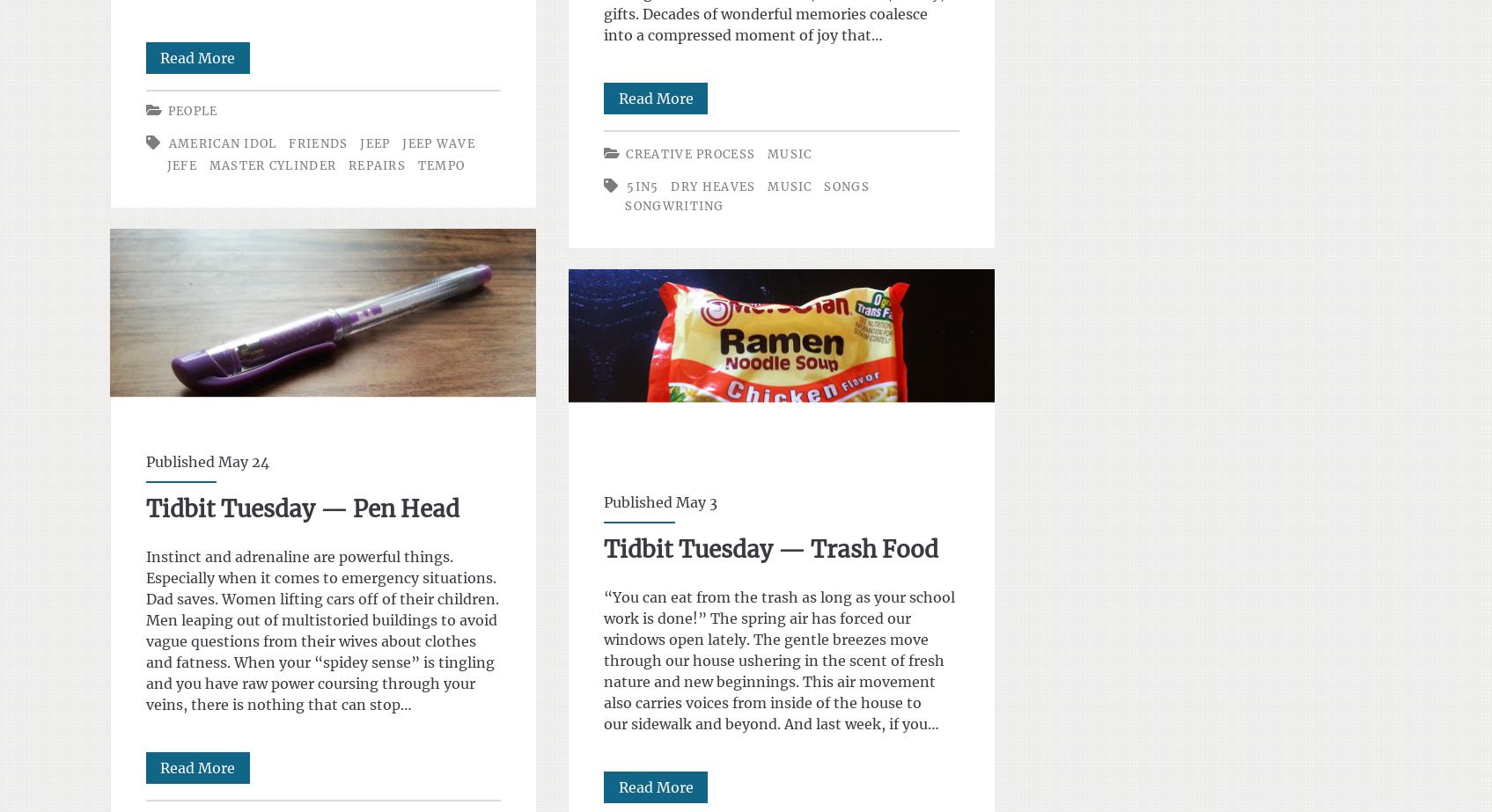 The height and width of the screenshot is (812, 1492). Describe the element at coordinates (180, 165) in the screenshot. I see `'jefe'` at that location.